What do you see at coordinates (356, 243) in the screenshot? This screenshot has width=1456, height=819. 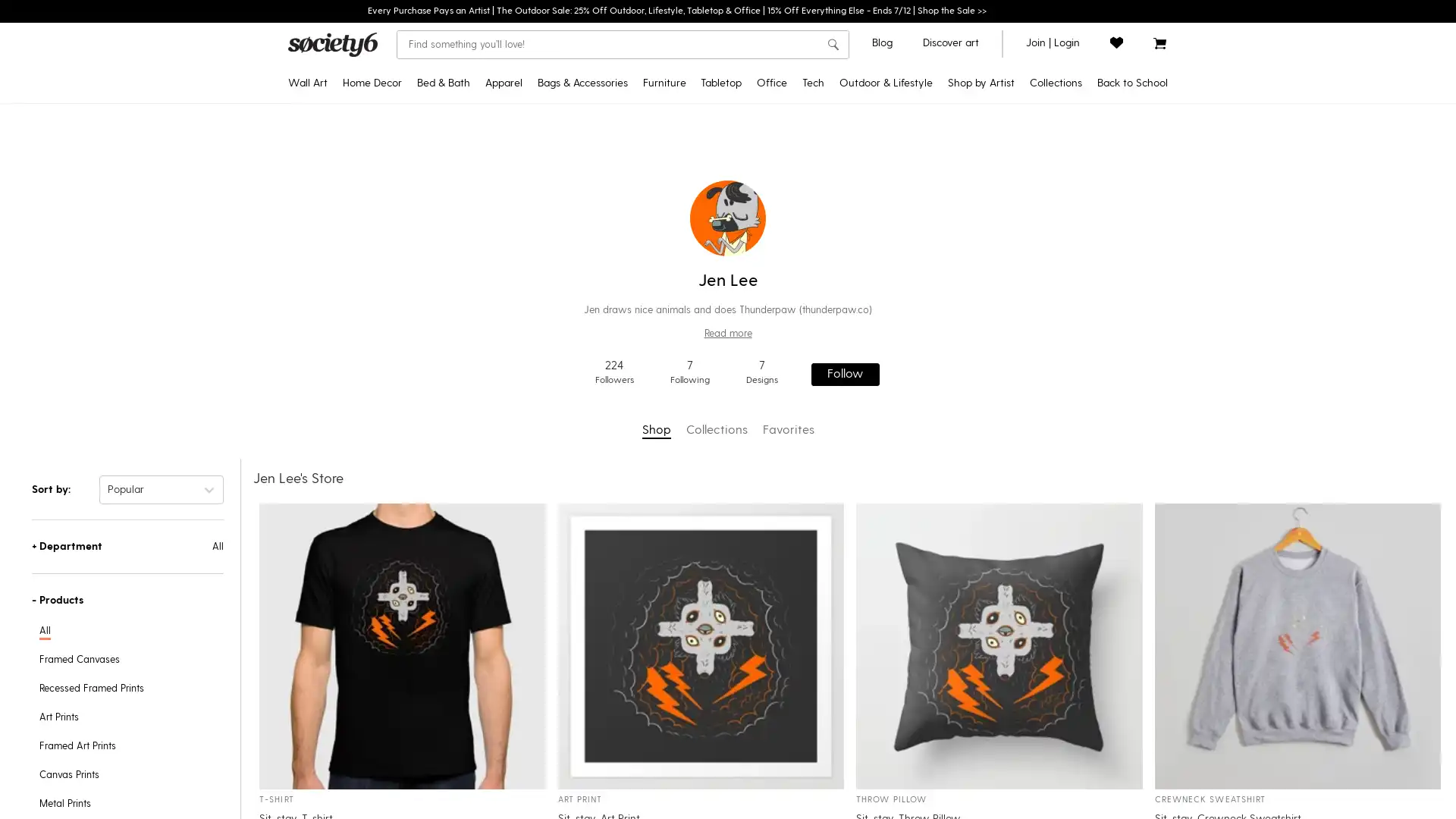 I see `Tapestries` at bounding box center [356, 243].